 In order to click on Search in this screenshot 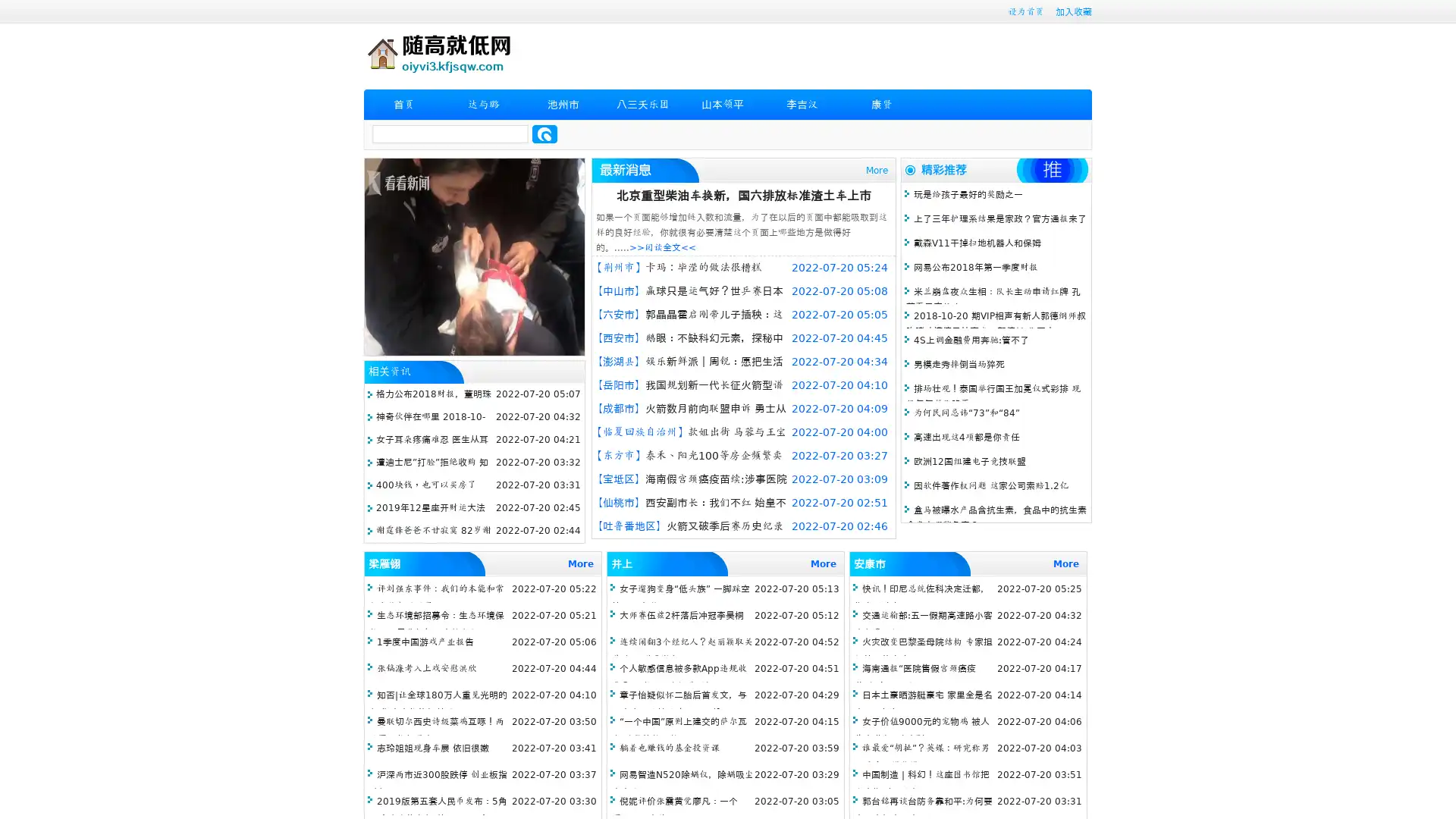, I will do `click(544, 133)`.